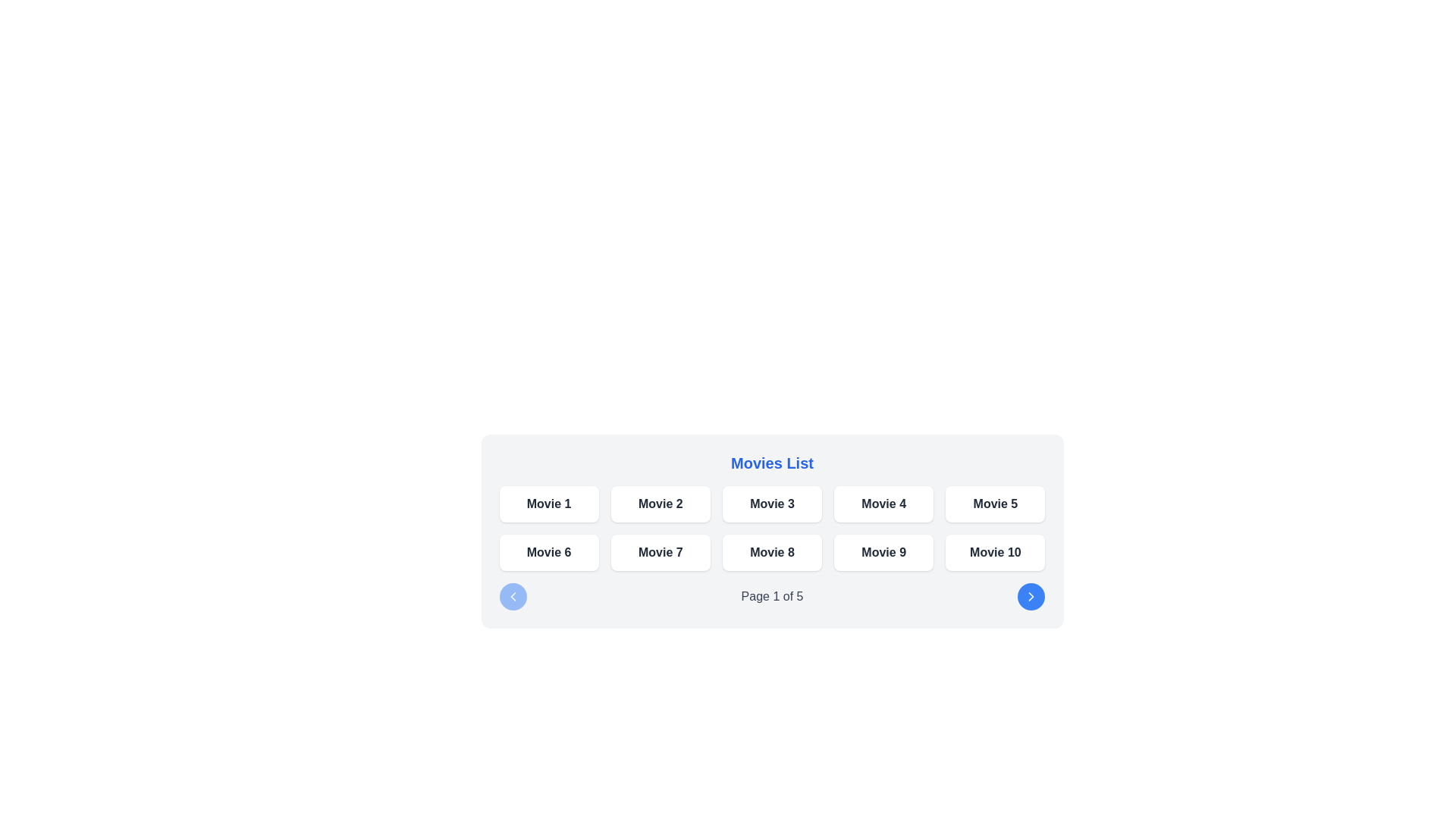 This screenshot has height=819, width=1456. Describe the element at coordinates (772, 462) in the screenshot. I see `the text label that serves as the header for the movie list, providing a clear description of the content below it` at that location.